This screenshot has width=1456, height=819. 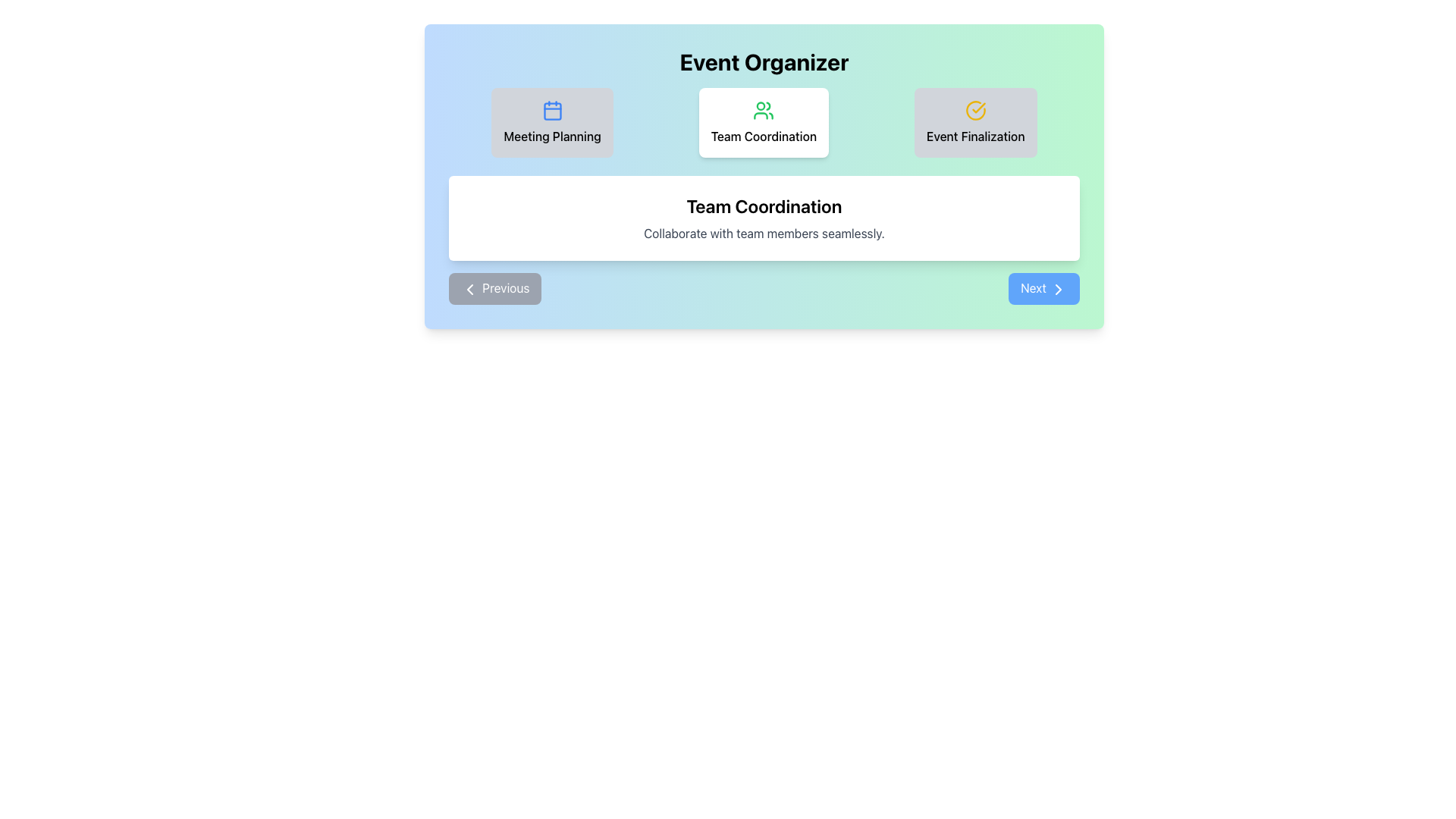 I want to click on the text label displaying 'Event Finalization', which is part of a button-like structure with a light gray background and rounded corners, positioned below a yellow check mark icon, so click(x=975, y=136).